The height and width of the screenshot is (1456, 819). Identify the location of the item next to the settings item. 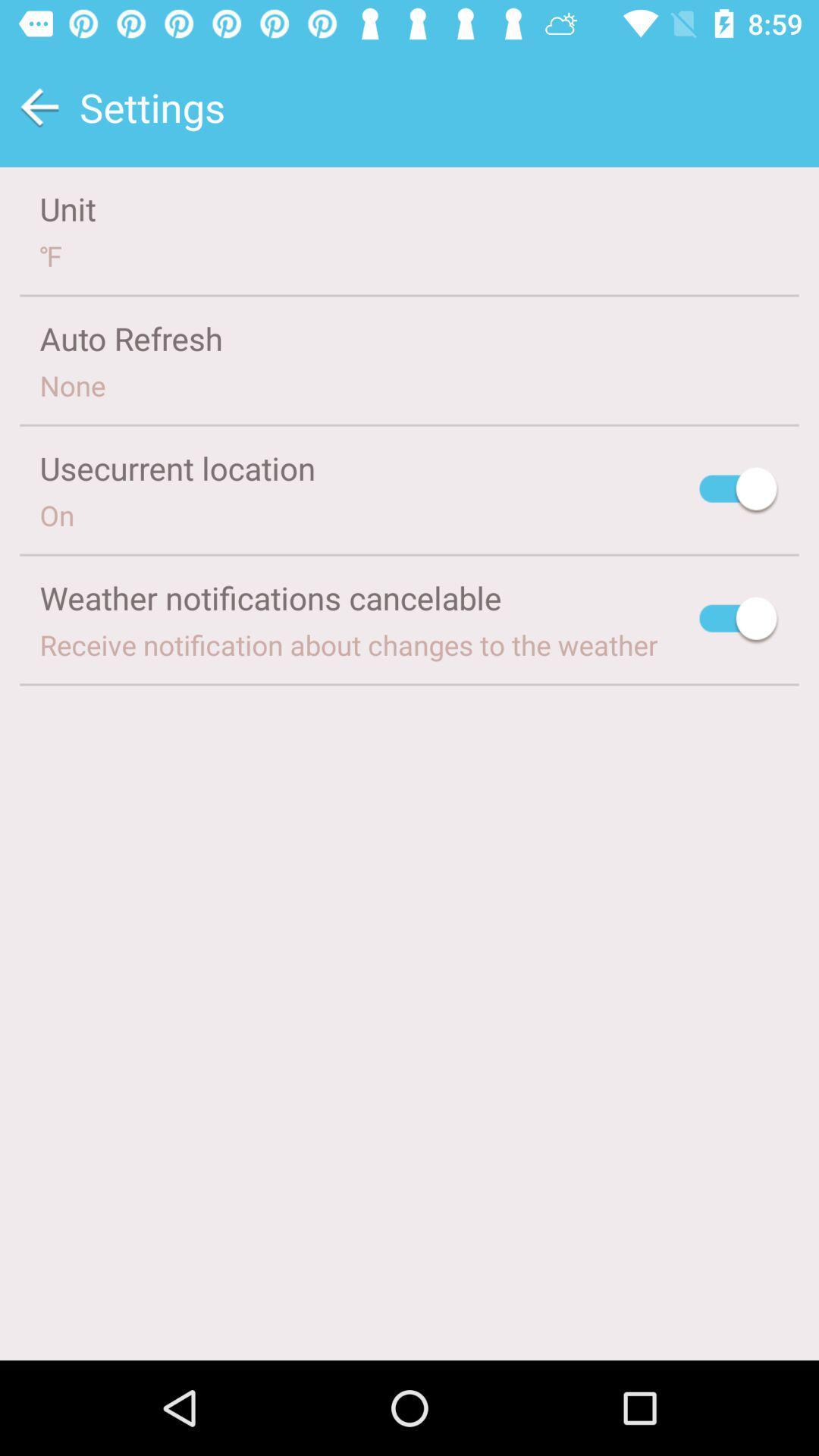
(39, 106).